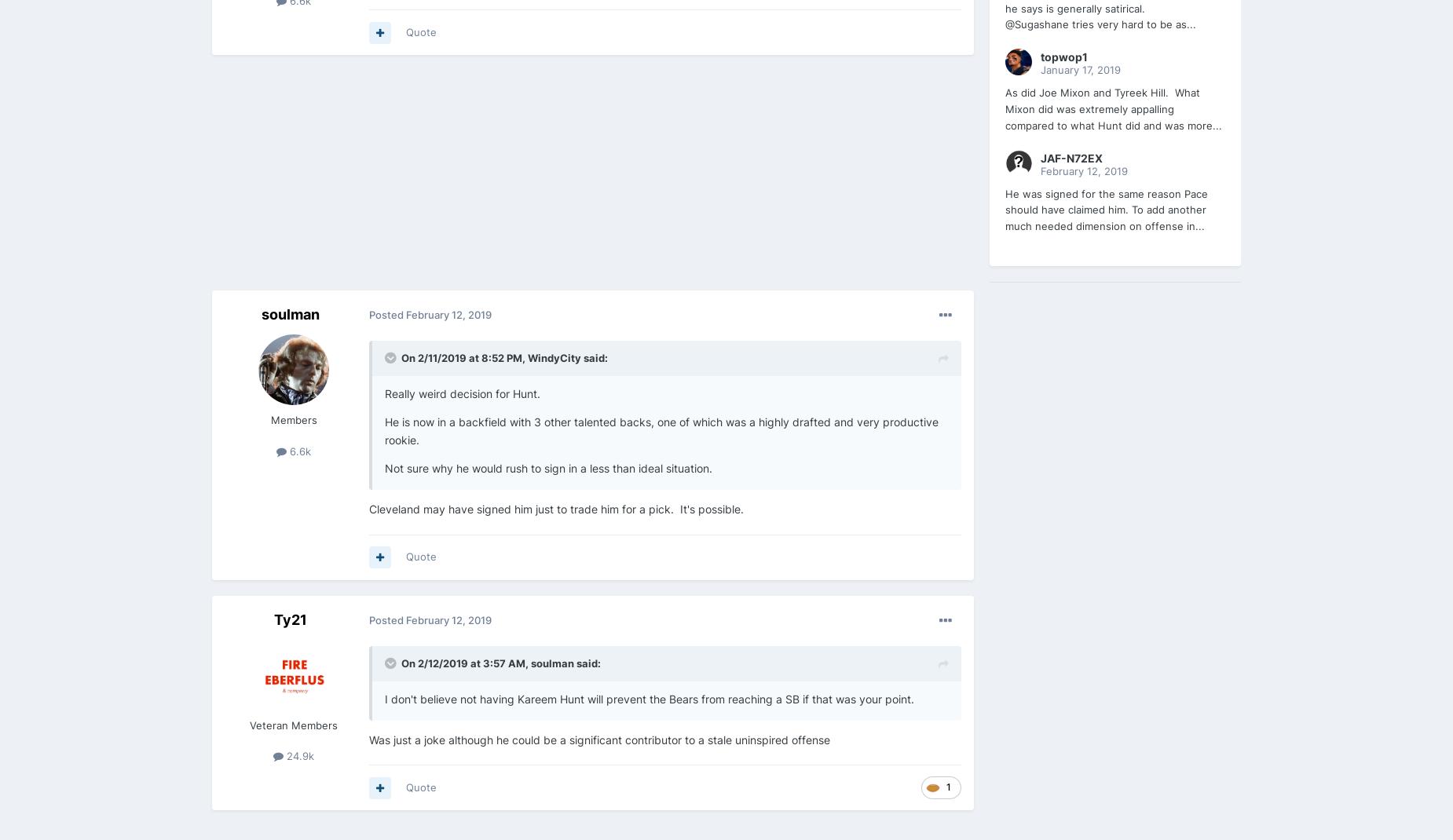 This screenshot has width=1453, height=840. I want to click on 'topwop1', so click(1063, 56).